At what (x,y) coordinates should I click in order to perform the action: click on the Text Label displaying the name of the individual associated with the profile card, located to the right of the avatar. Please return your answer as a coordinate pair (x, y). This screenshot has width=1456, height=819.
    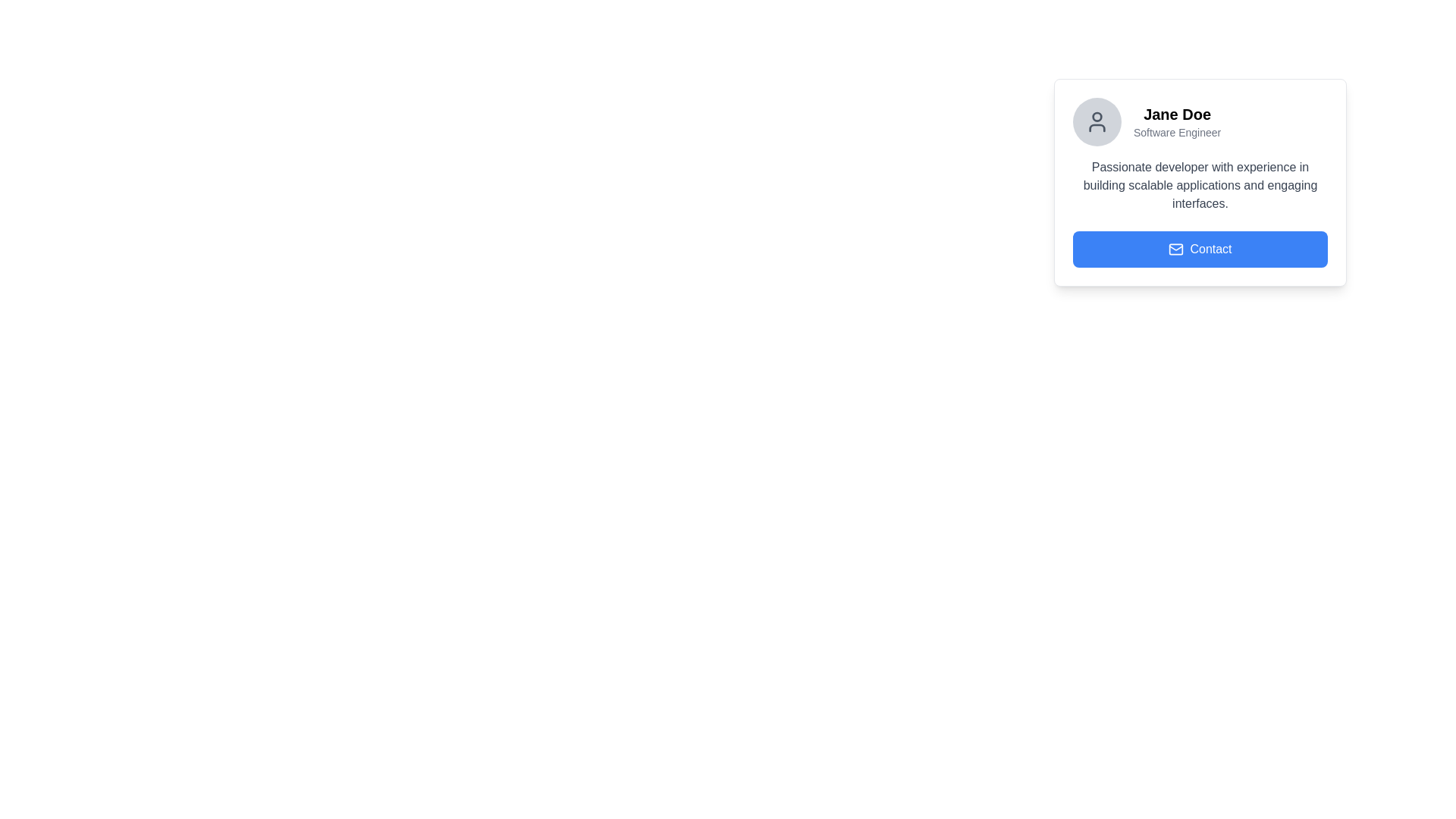
    Looking at the image, I should click on (1176, 113).